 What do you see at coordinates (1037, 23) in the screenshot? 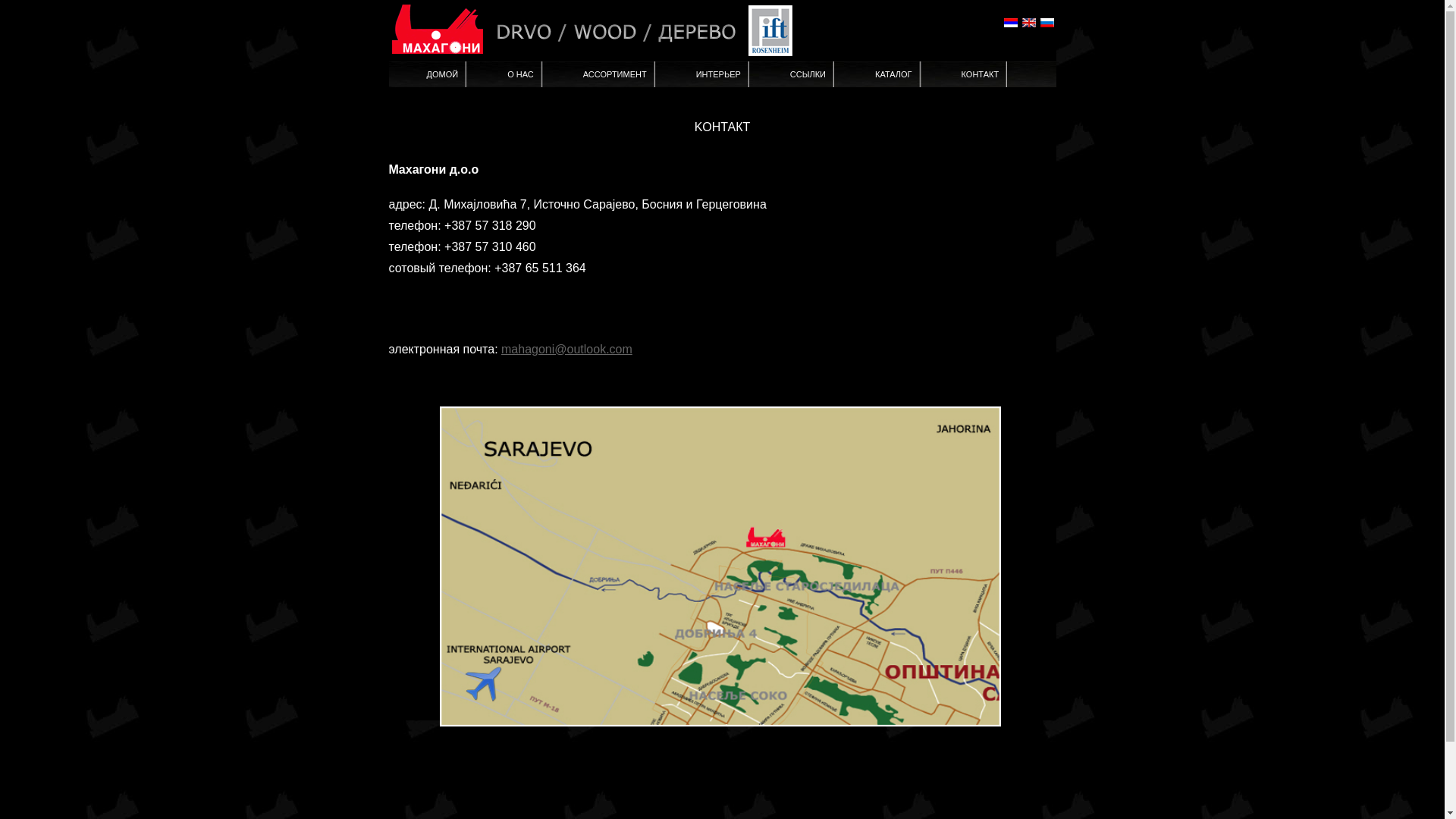
I see `'Russian '` at bounding box center [1037, 23].